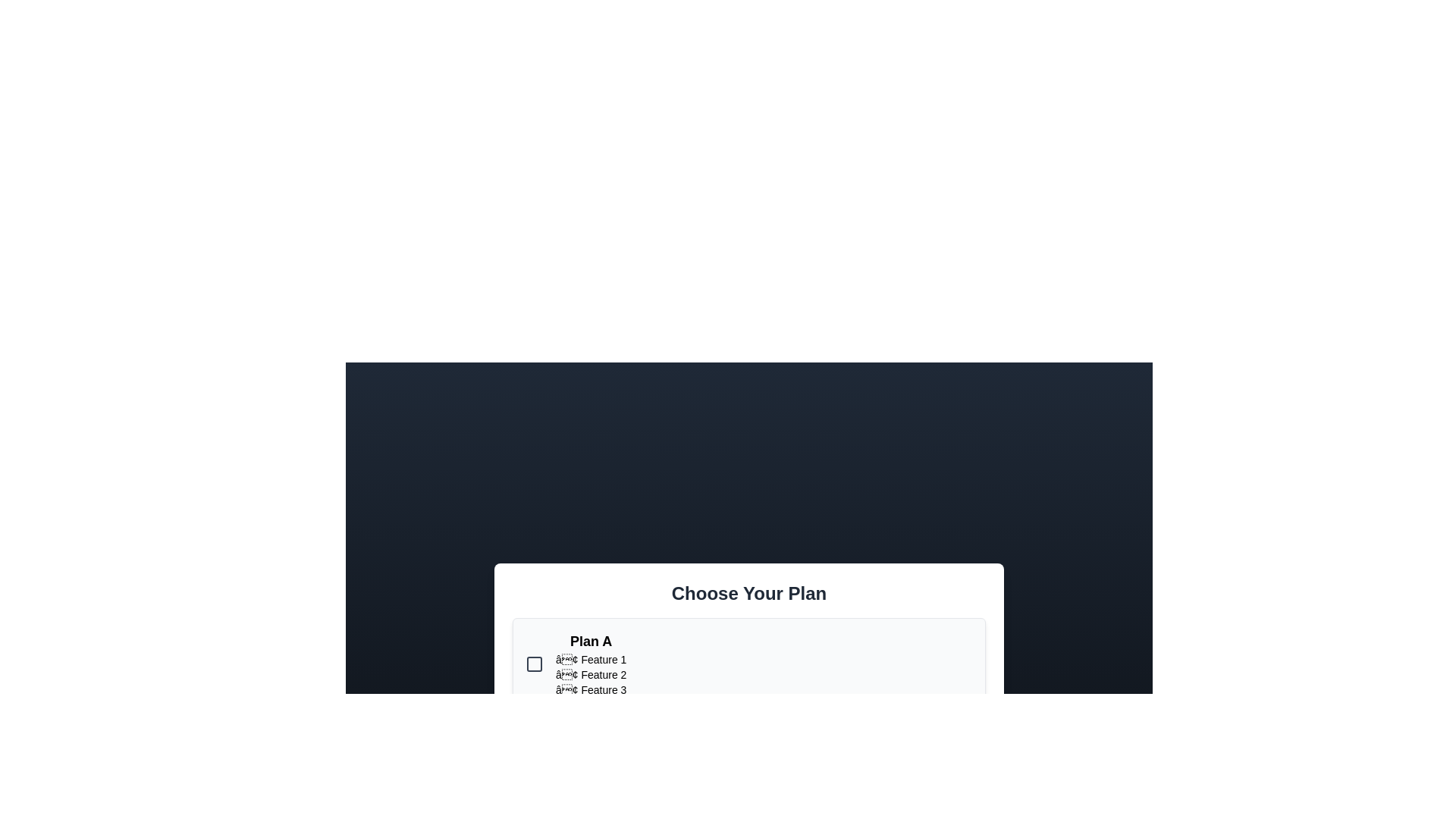 This screenshot has width=1456, height=819. Describe the element at coordinates (749, 663) in the screenshot. I see `the plan card for Plan A` at that location.